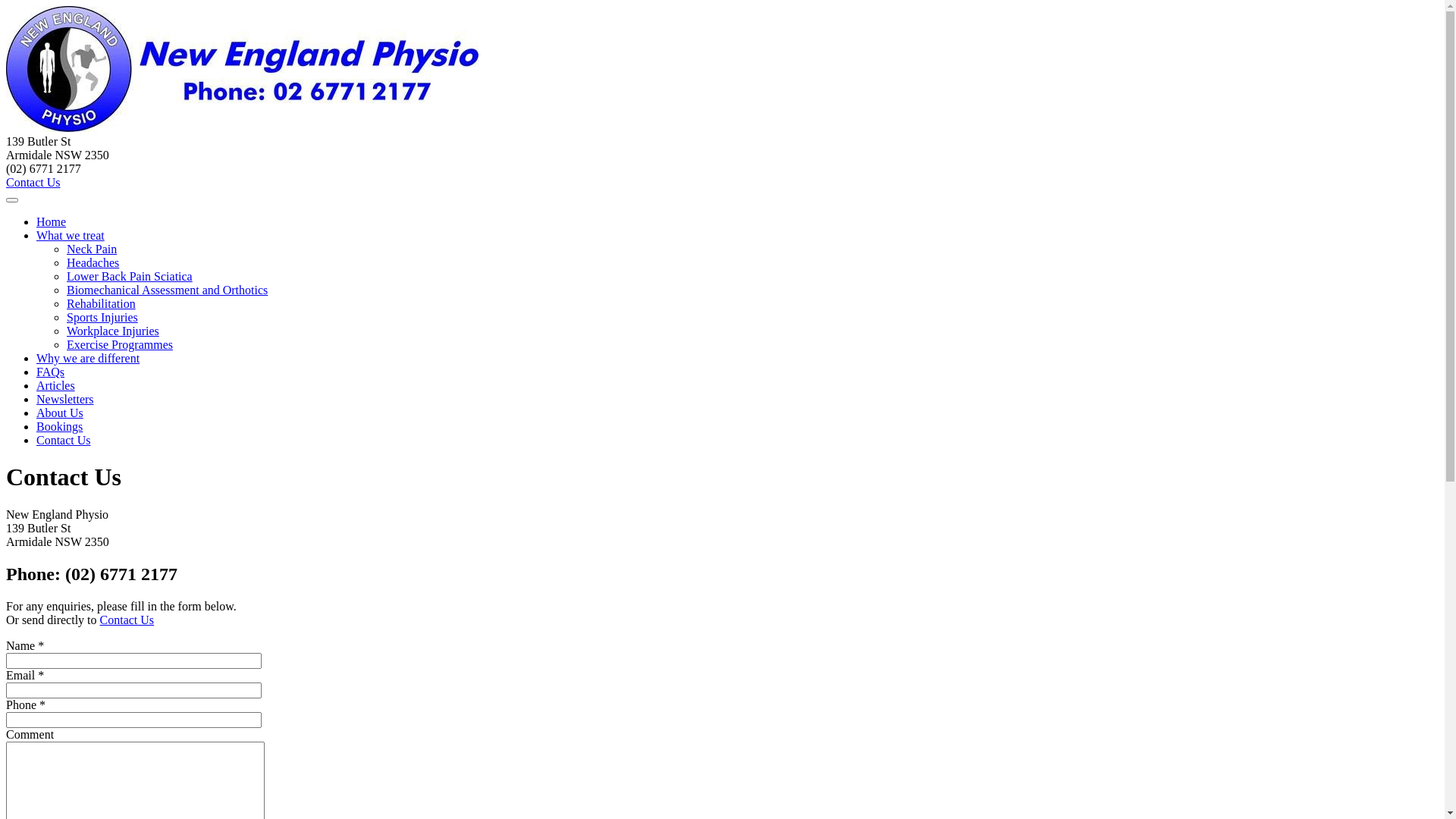  Describe the element at coordinates (90, 248) in the screenshot. I see `'Neck Pain'` at that location.